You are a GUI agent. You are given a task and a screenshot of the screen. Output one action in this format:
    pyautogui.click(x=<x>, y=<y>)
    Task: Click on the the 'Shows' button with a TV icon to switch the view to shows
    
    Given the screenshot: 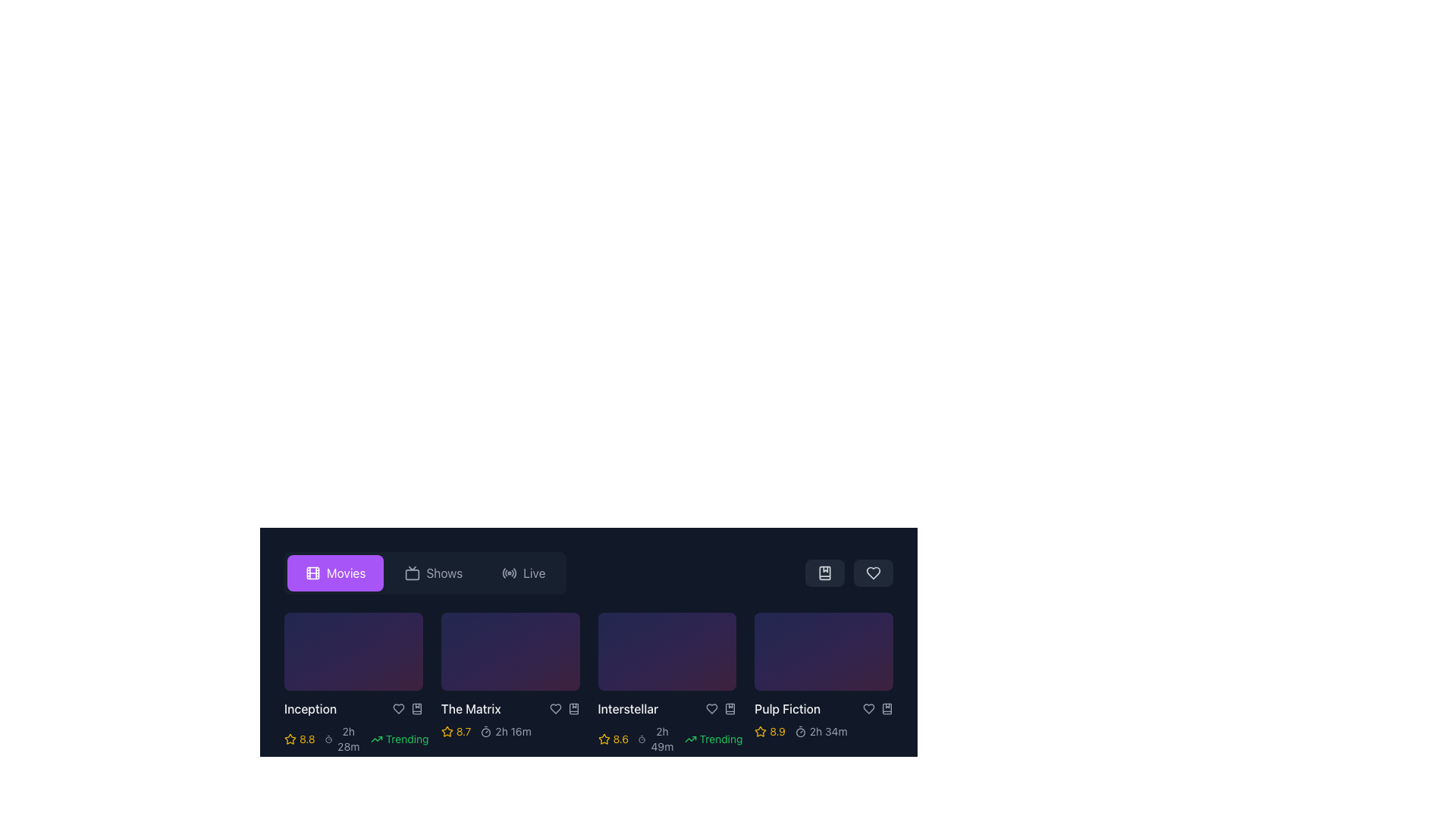 What is the action you would take?
    pyautogui.click(x=433, y=573)
    